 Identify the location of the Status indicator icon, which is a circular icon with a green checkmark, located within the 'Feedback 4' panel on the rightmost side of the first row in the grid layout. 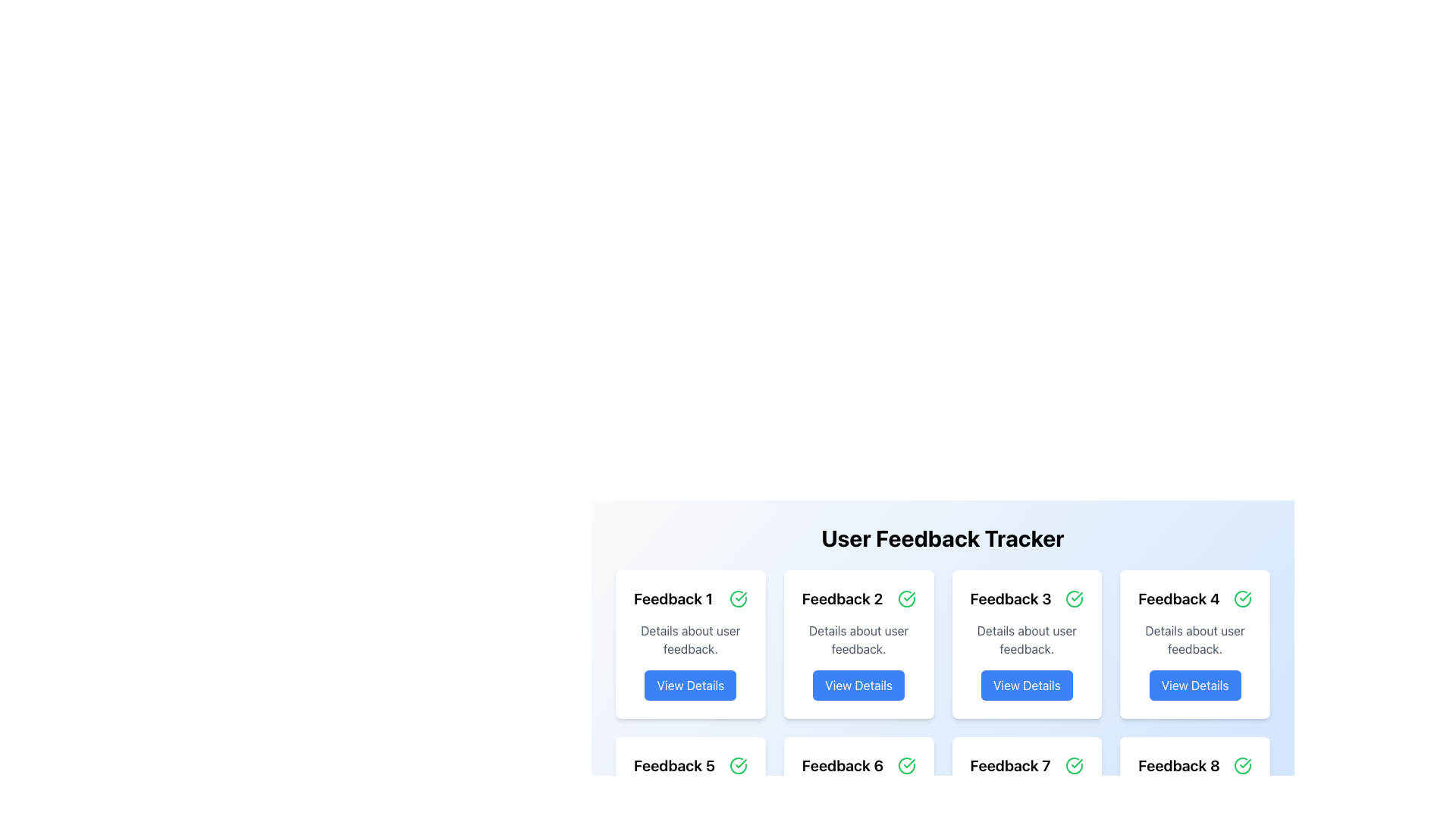
(1242, 598).